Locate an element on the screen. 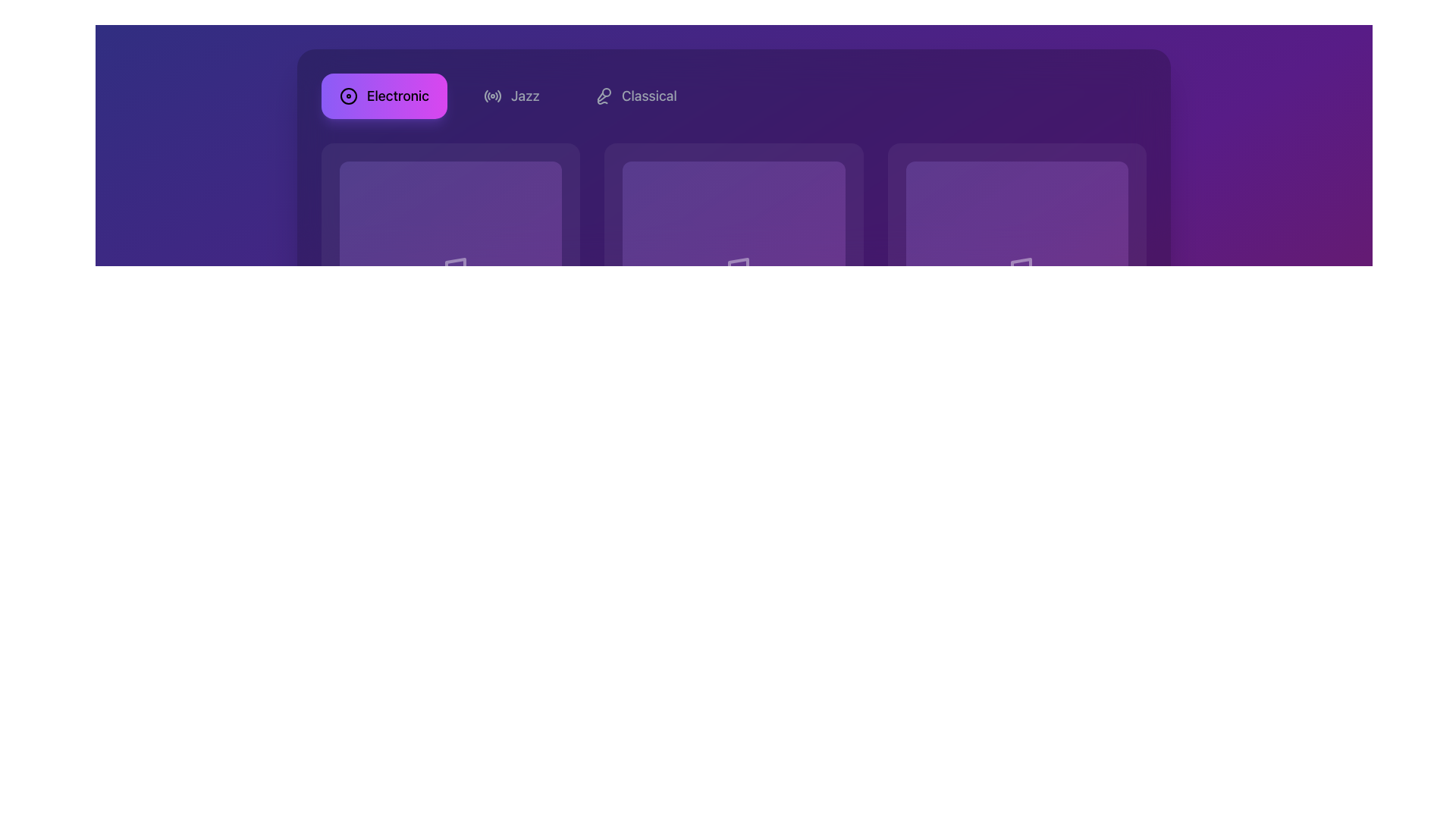 The width and height of the screenshot is (1456, 819). the 'Jazz' button, which is the second button in a series of three, positioned between 'Electronic' and 'Classical' is located at coordinates (511, 96).